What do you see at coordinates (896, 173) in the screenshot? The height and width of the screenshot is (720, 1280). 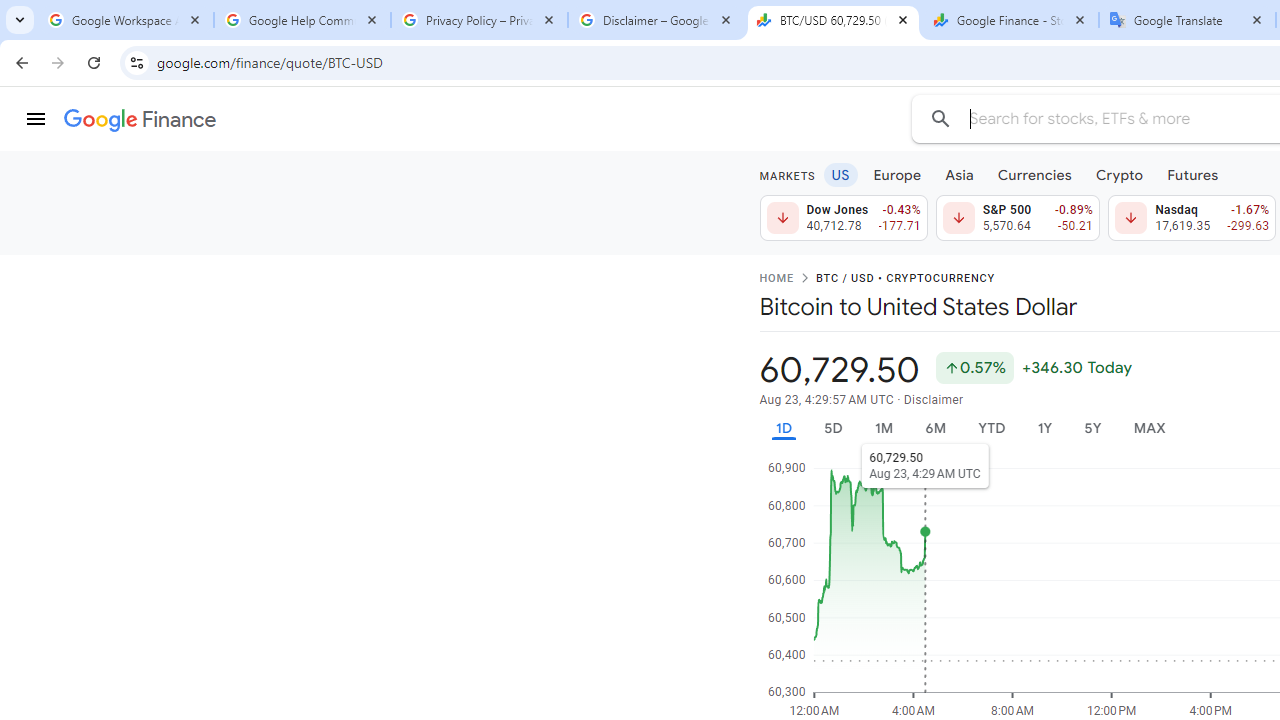 I see `'Europe'` at bounding box center [896, 173].